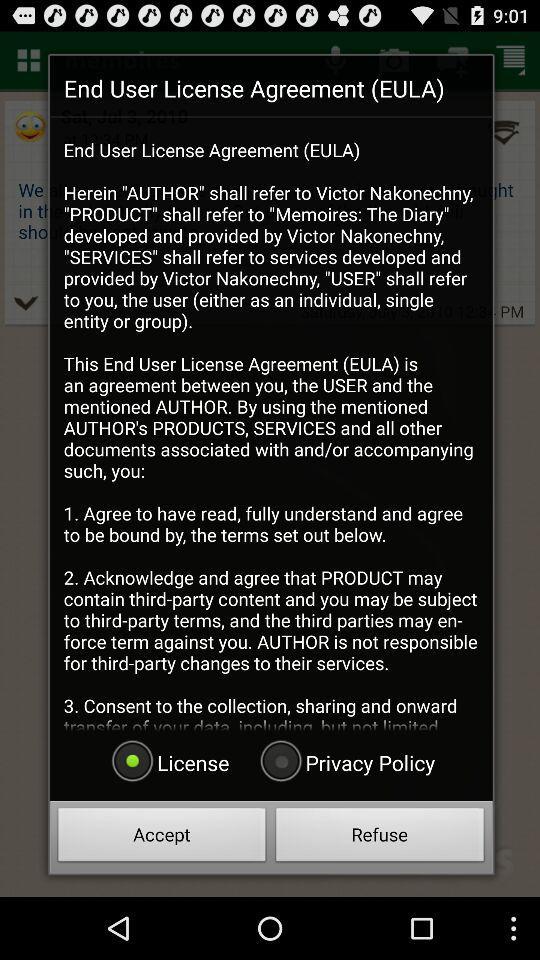 This screenshot has width=540, height=960. I want to click on icon to the right of accept, so click(380, 837).